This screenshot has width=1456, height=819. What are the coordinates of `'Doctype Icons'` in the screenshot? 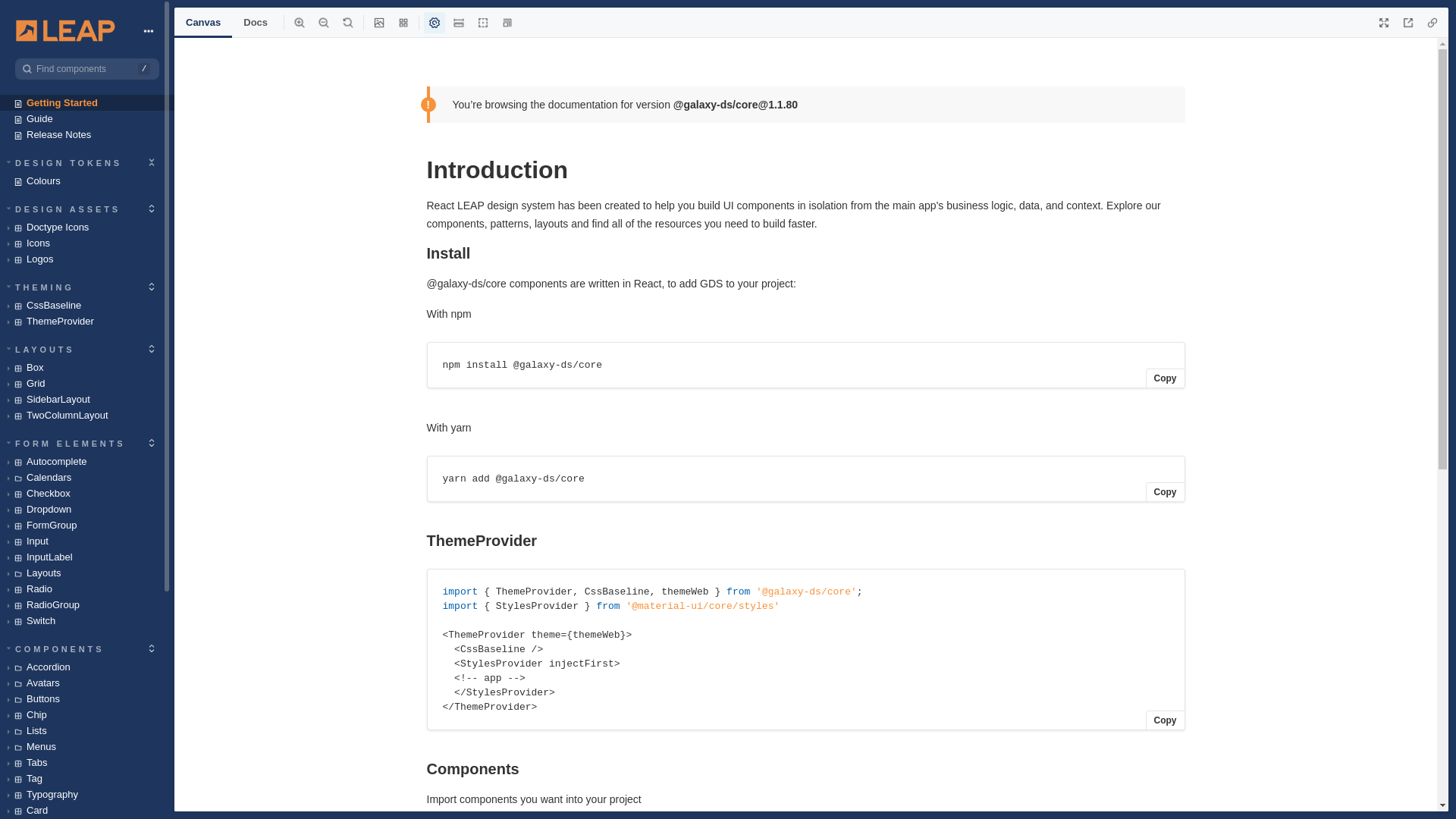 It's located at (86, 227).